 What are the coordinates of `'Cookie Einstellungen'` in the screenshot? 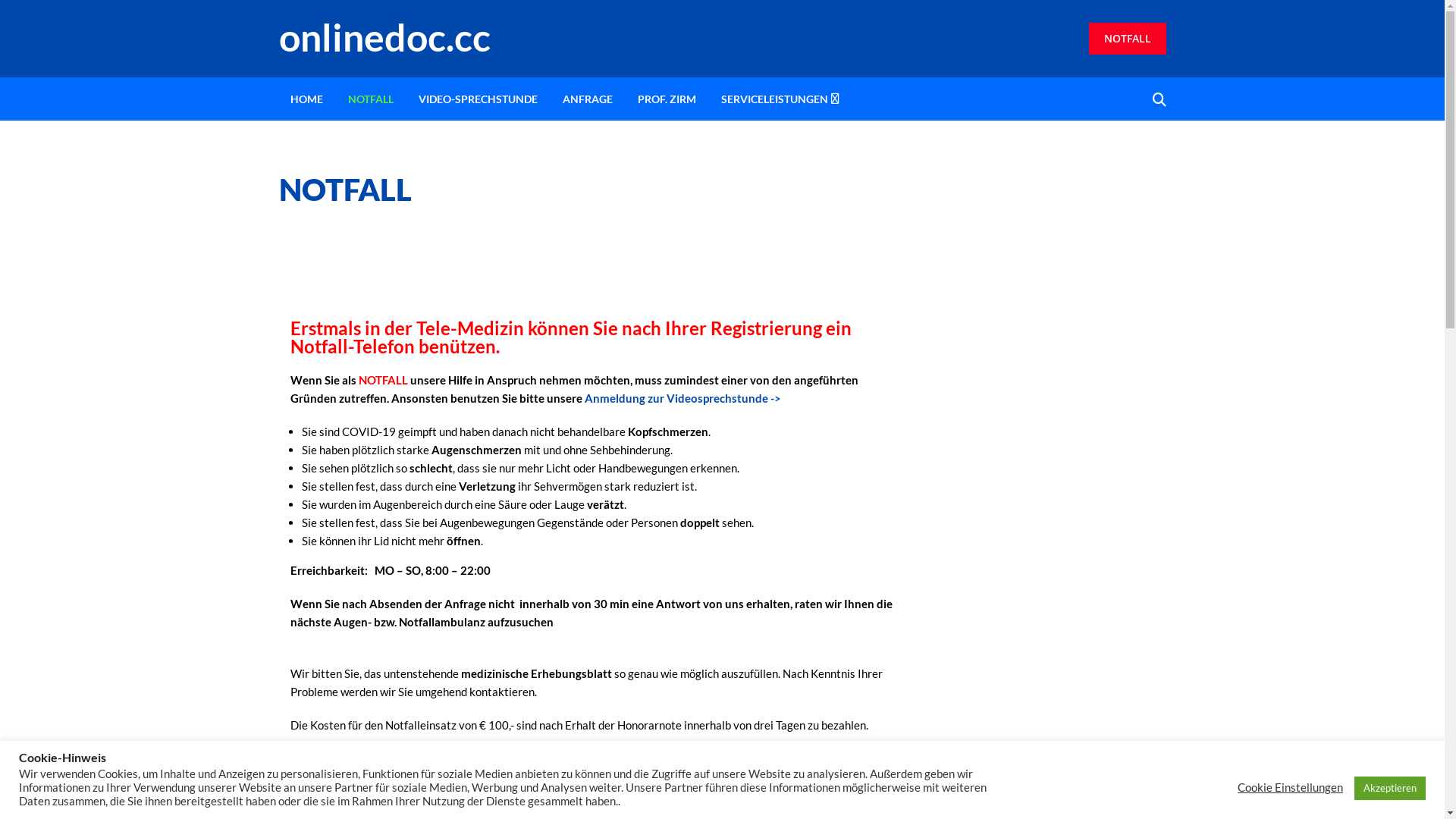 It's located at (1289, 786).